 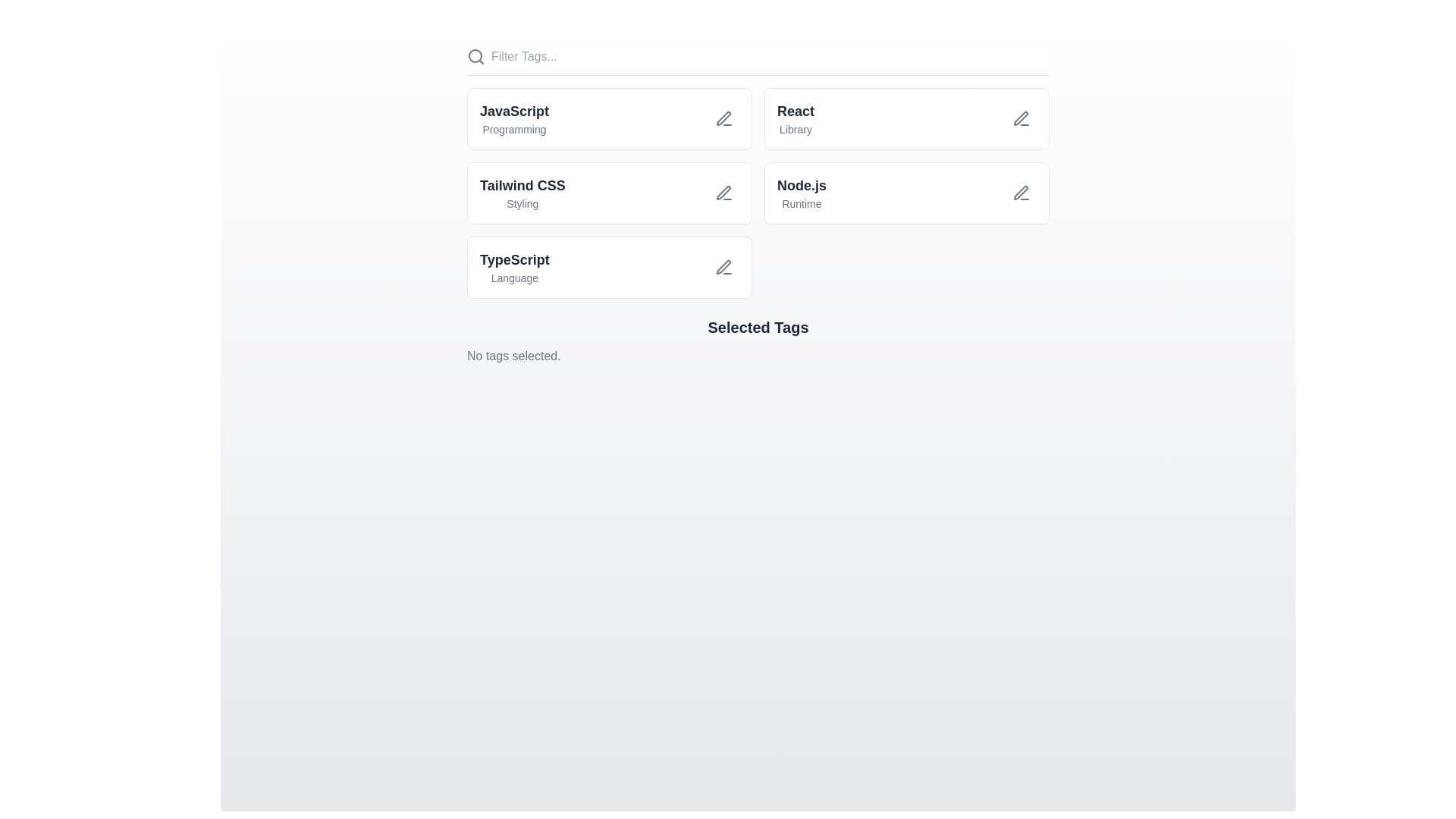 I want to click on the small circular button with a gray border and a pencil icon, so click(x=1021, y=192).